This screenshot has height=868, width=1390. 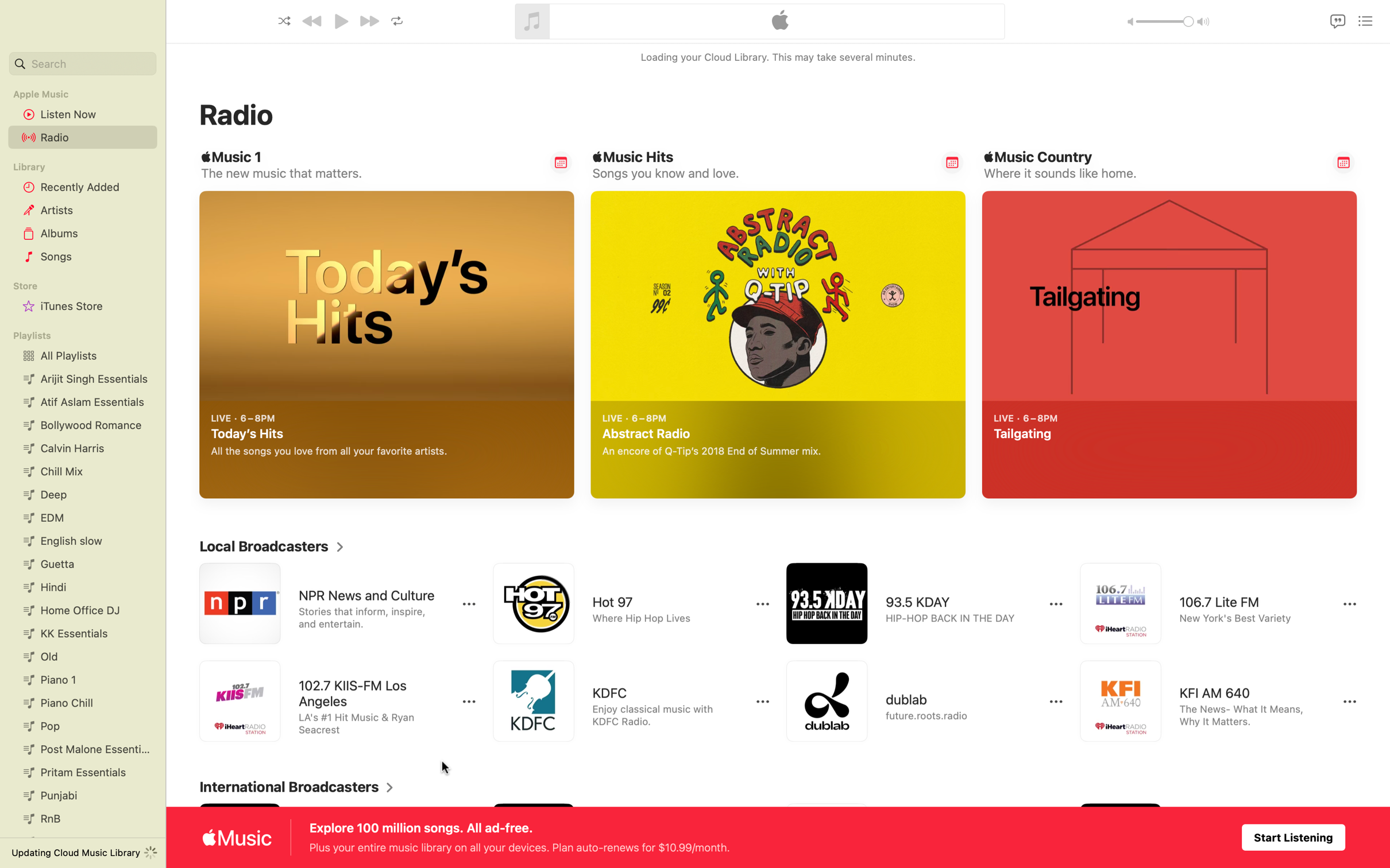 I want to click on a prompt for the song called "Music 1, so click(x=561, y=162).